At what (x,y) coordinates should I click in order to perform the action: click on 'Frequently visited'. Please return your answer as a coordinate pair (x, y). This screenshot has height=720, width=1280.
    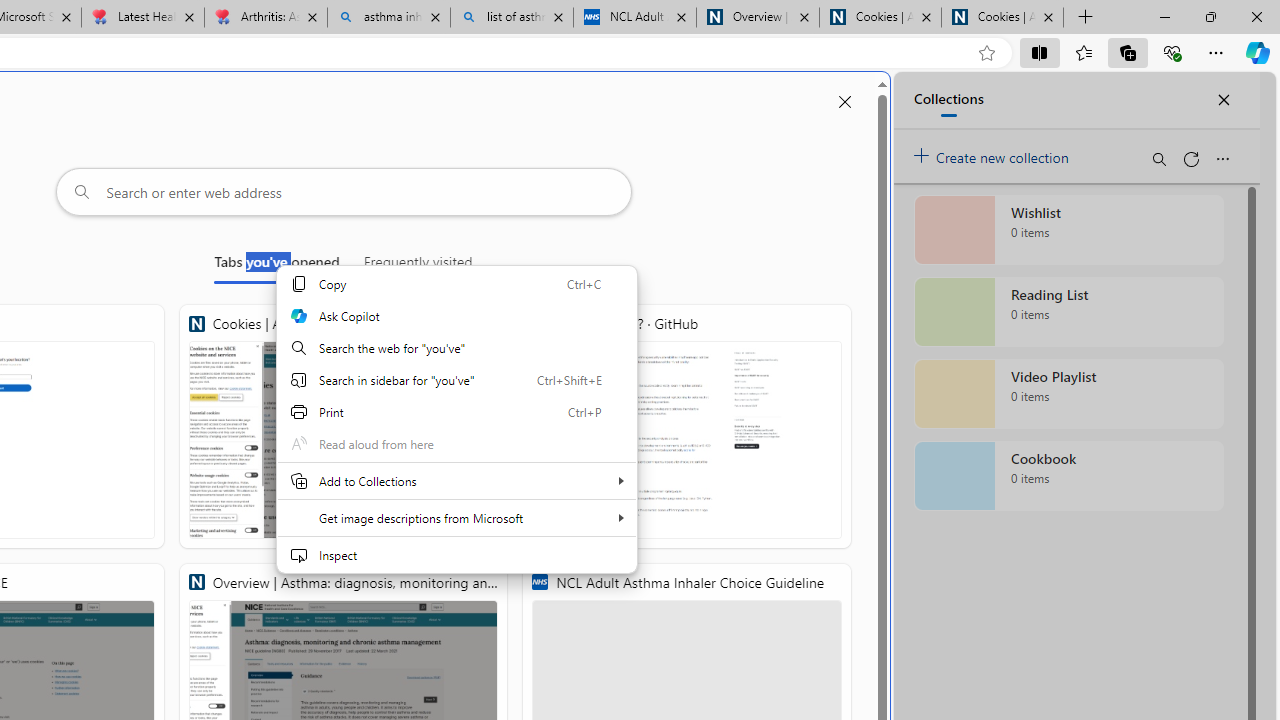
    Looking at the image, I should click on (417, 265).